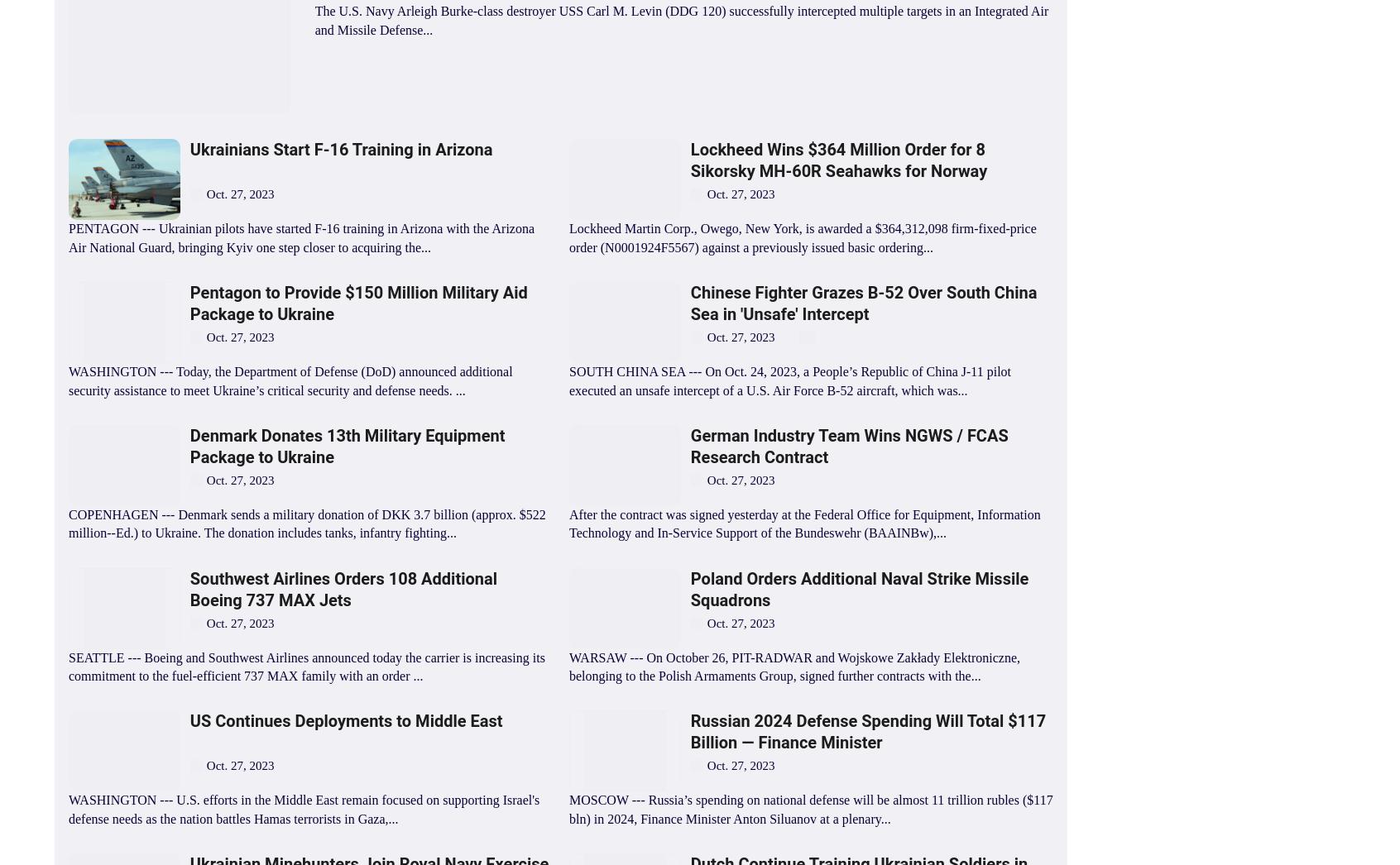  What do you see at coordinates (794, 667) in the screenshot?
I see `'WARSAW --- On October 26, PIT-RADWAR and Wojskowe Zakłady Elektroniczne, belonging to the Polish Armaments Group, signed further contracts with the...'` at bounding box center [794, 667].